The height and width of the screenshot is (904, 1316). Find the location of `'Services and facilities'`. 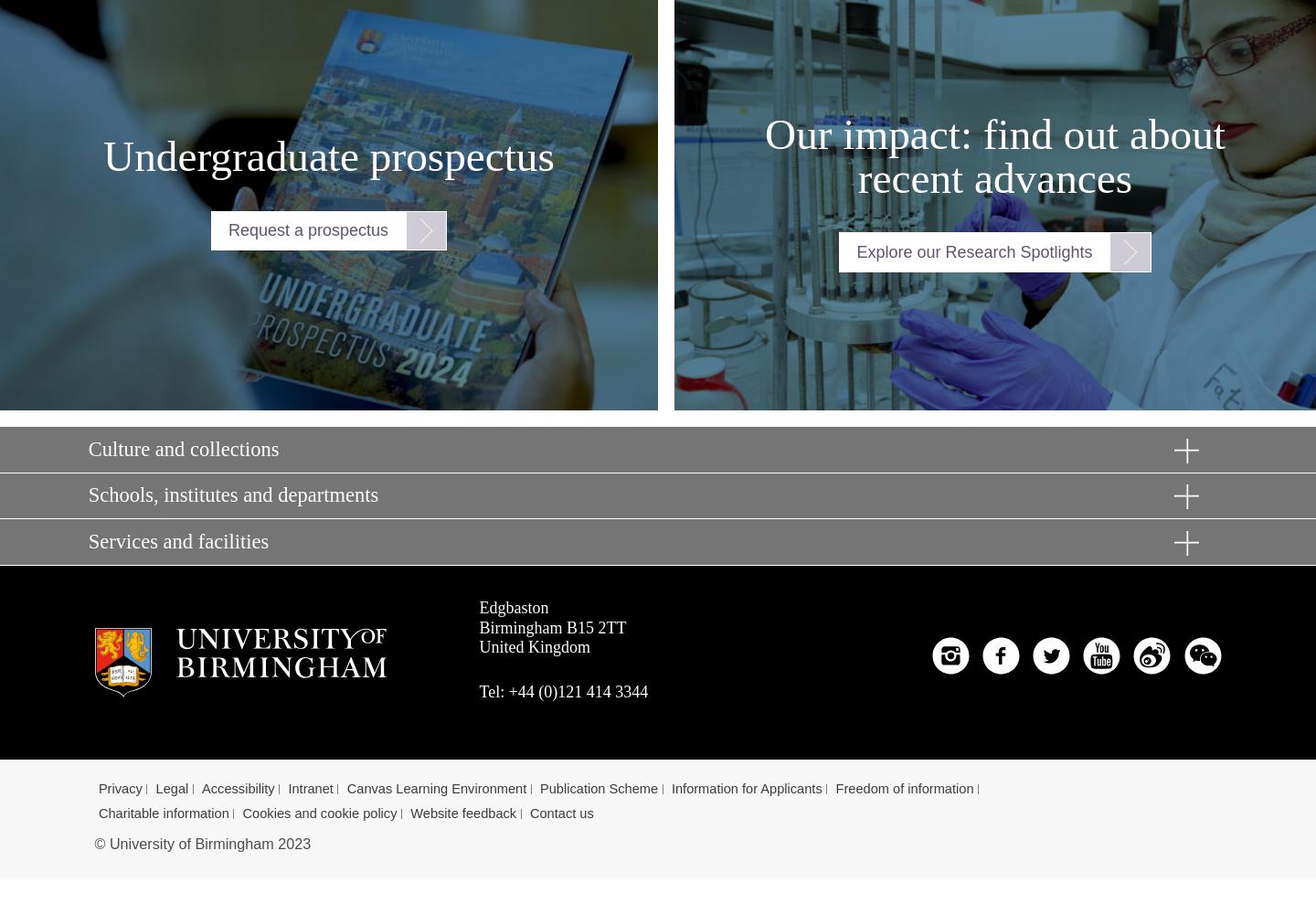

'Services and facilities' is located at coordinates (177, 539).